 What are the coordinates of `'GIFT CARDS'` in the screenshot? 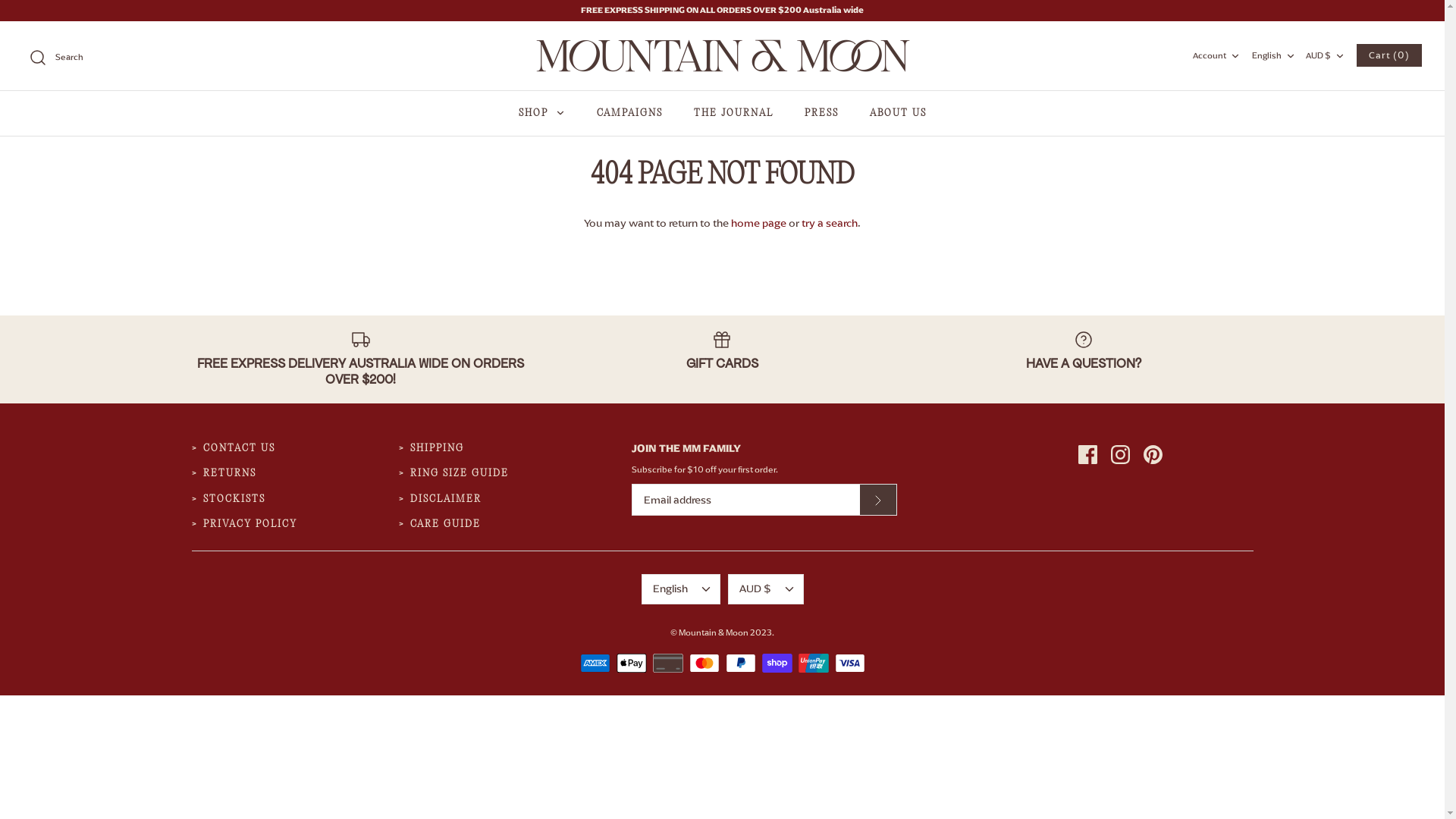 It's located at (721, 351).